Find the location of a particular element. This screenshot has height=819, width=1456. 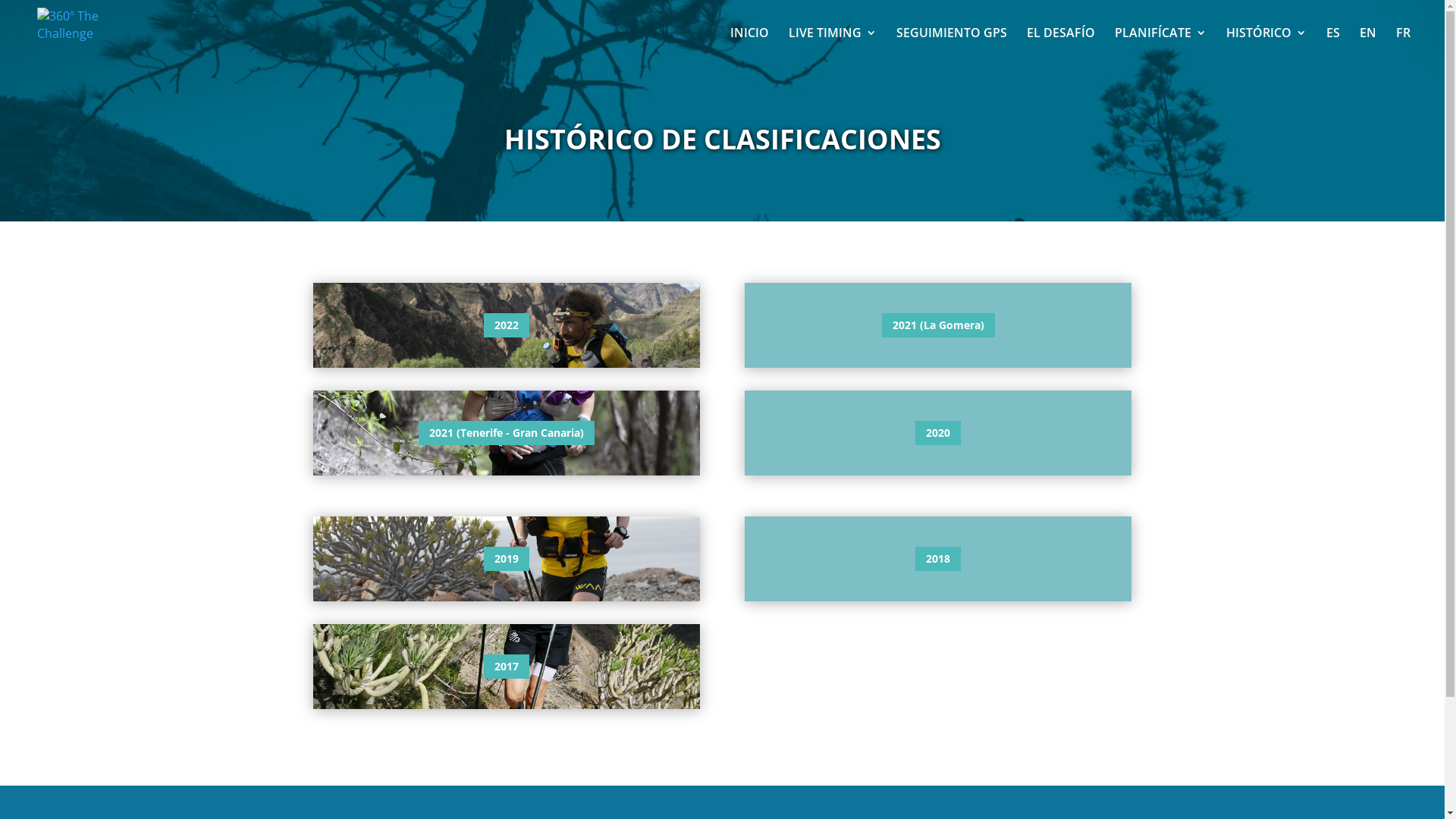

'2019' is located at coordinates (506, 558).